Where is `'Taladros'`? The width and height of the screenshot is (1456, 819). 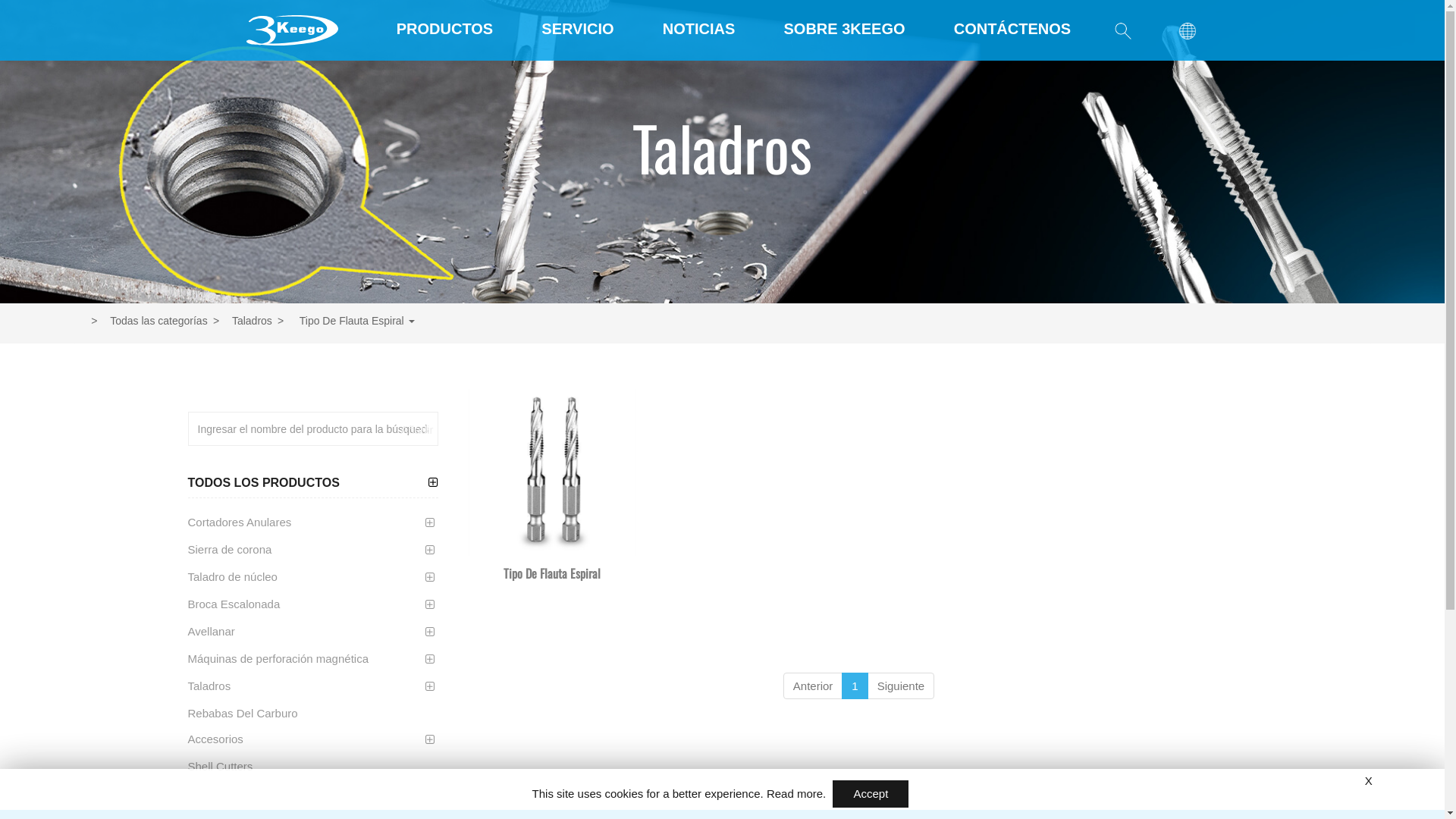
'Taladros' is located at coordinates (240, 320).